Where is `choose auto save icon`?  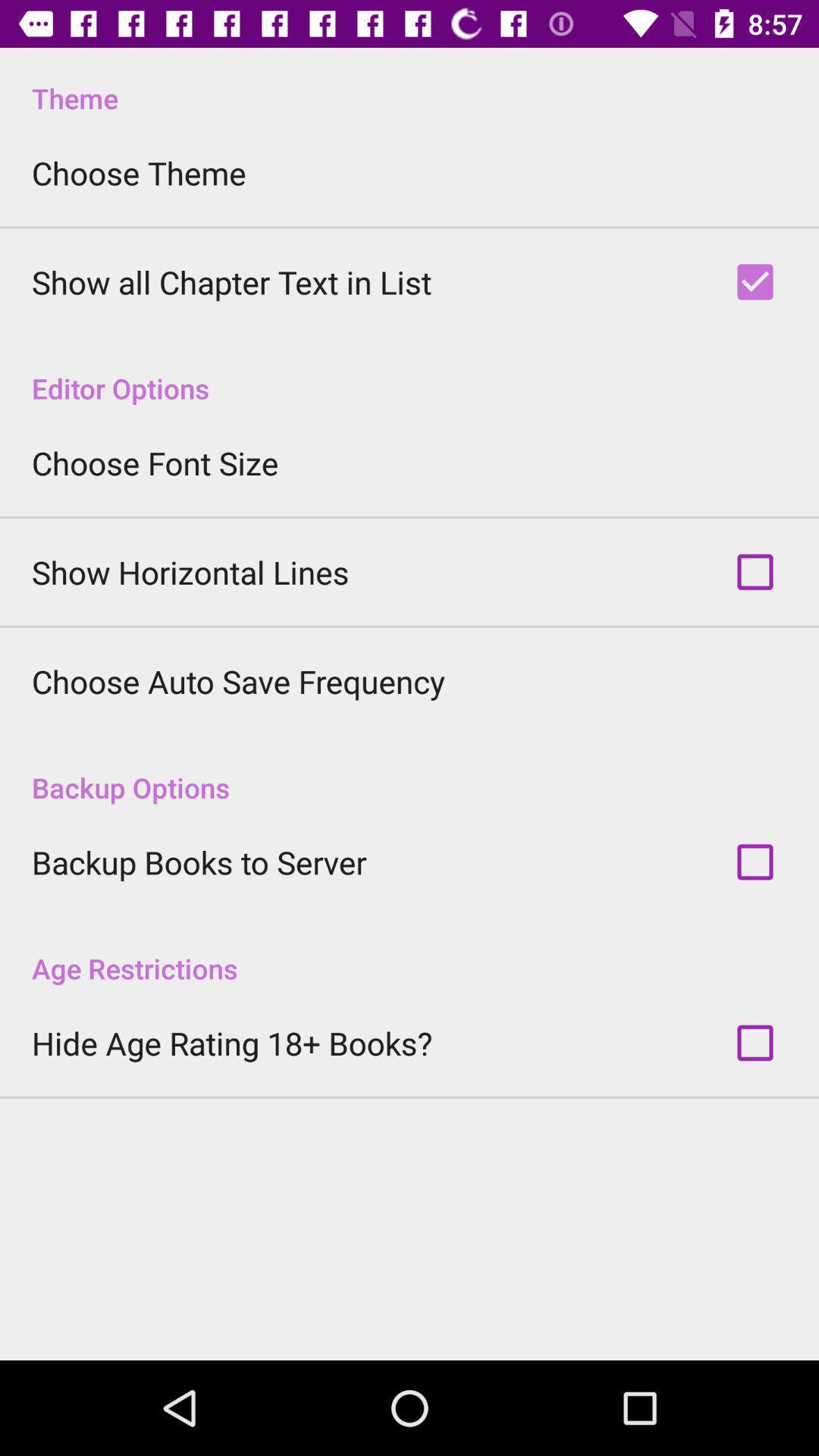 choose auto save icon is located at coordinates (238, 680).